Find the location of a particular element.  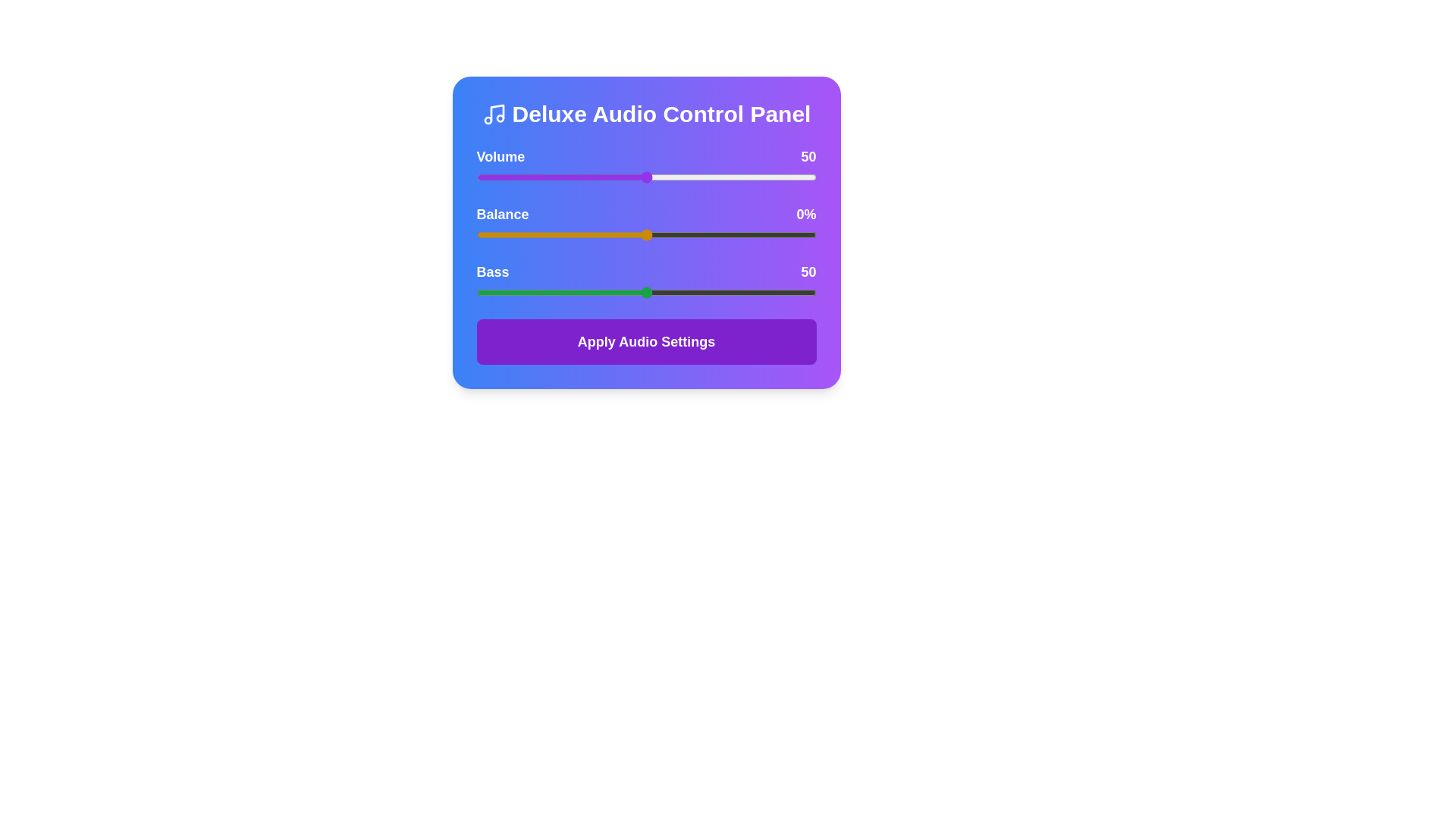

the horizontal slider labeled 'Bass 50' is located at coordinates (646, 281).